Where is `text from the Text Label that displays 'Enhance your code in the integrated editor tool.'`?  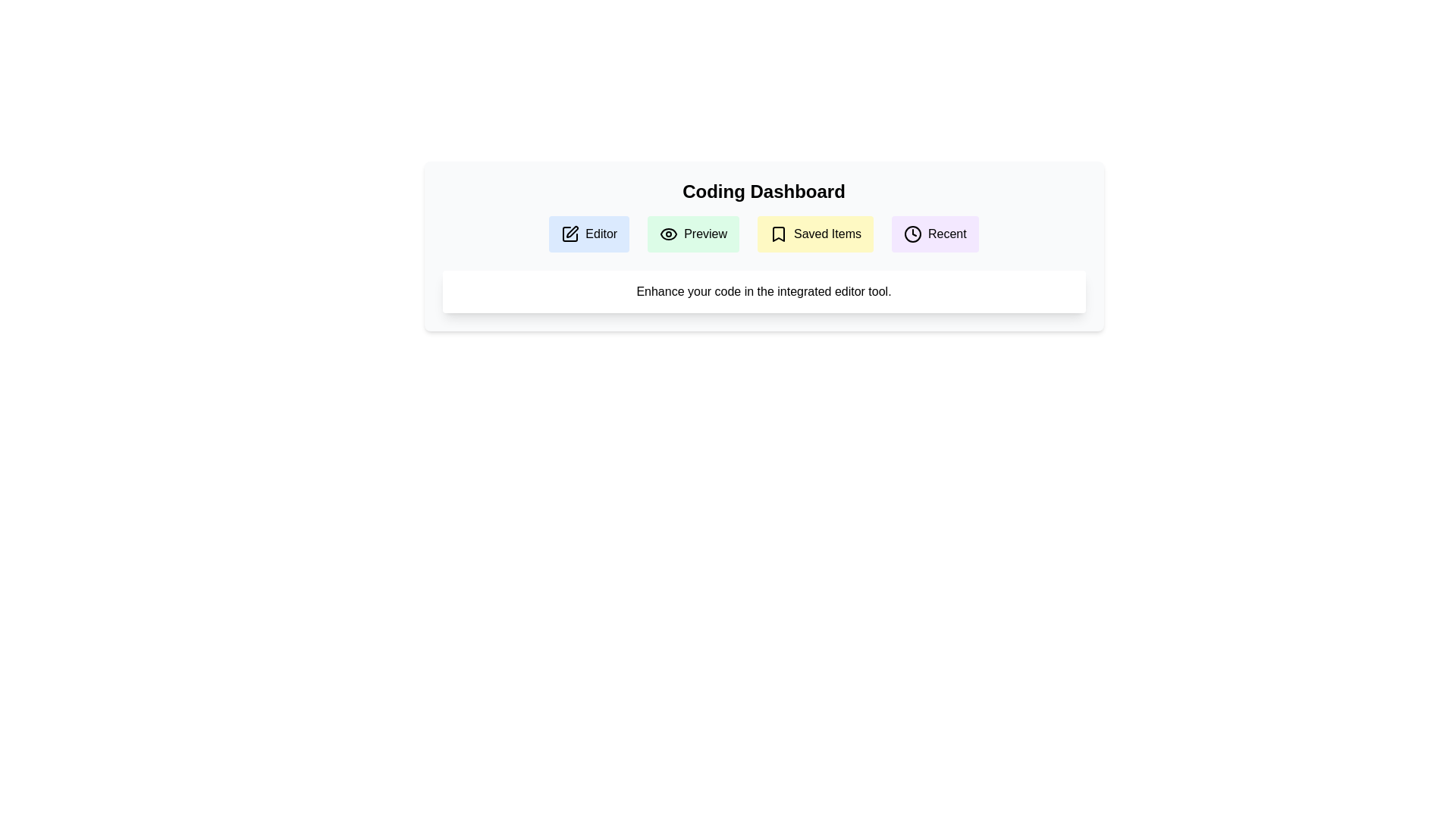 text from the Text Label that displays 'Enhance your code in the integrated editor tool.' is located at coordinates (764, 292).